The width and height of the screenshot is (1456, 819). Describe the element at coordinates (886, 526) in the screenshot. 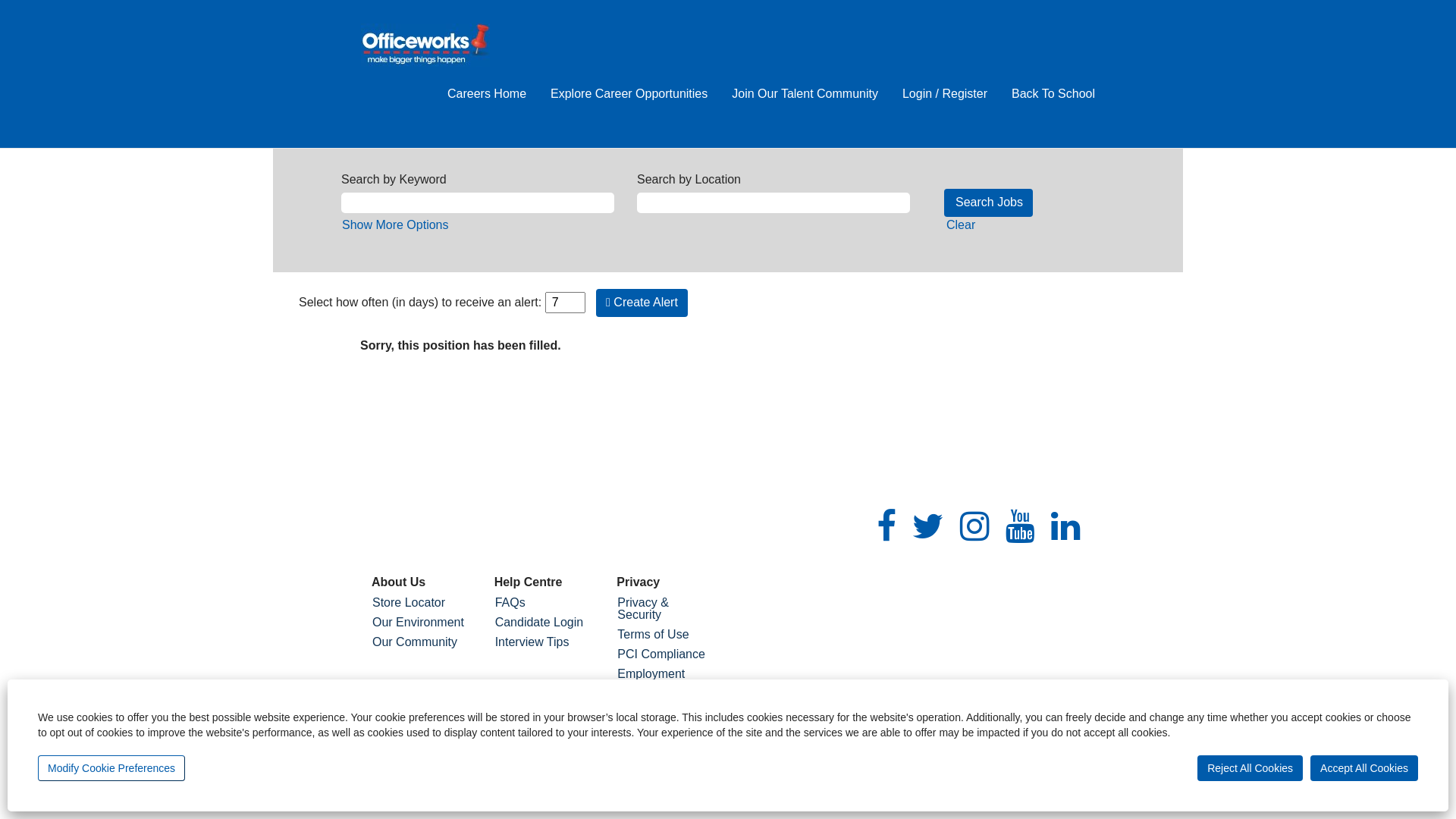

I see `'facebook'` at that location.